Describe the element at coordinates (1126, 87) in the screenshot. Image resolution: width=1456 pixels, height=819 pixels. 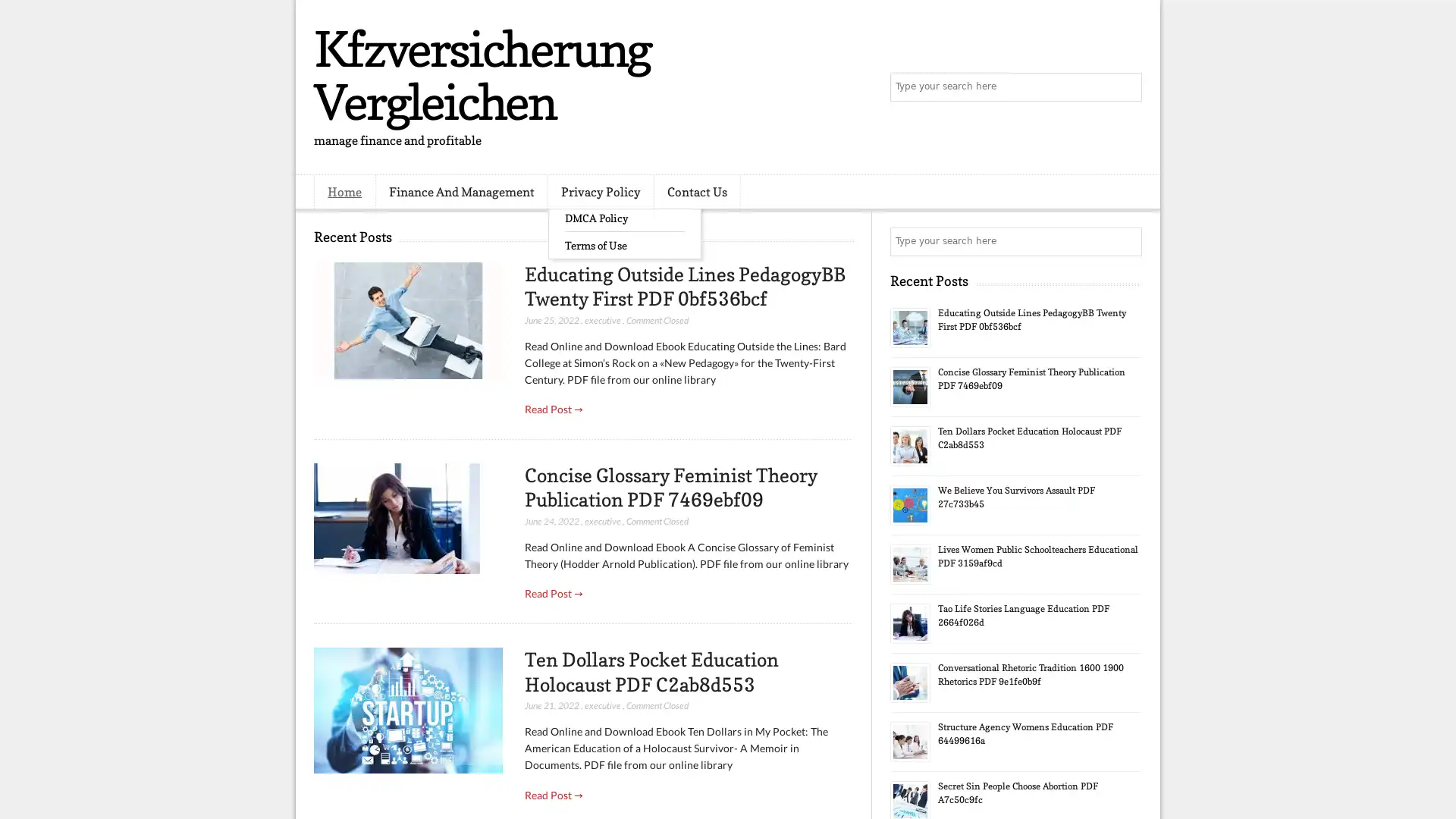
I see `Search` at that location.